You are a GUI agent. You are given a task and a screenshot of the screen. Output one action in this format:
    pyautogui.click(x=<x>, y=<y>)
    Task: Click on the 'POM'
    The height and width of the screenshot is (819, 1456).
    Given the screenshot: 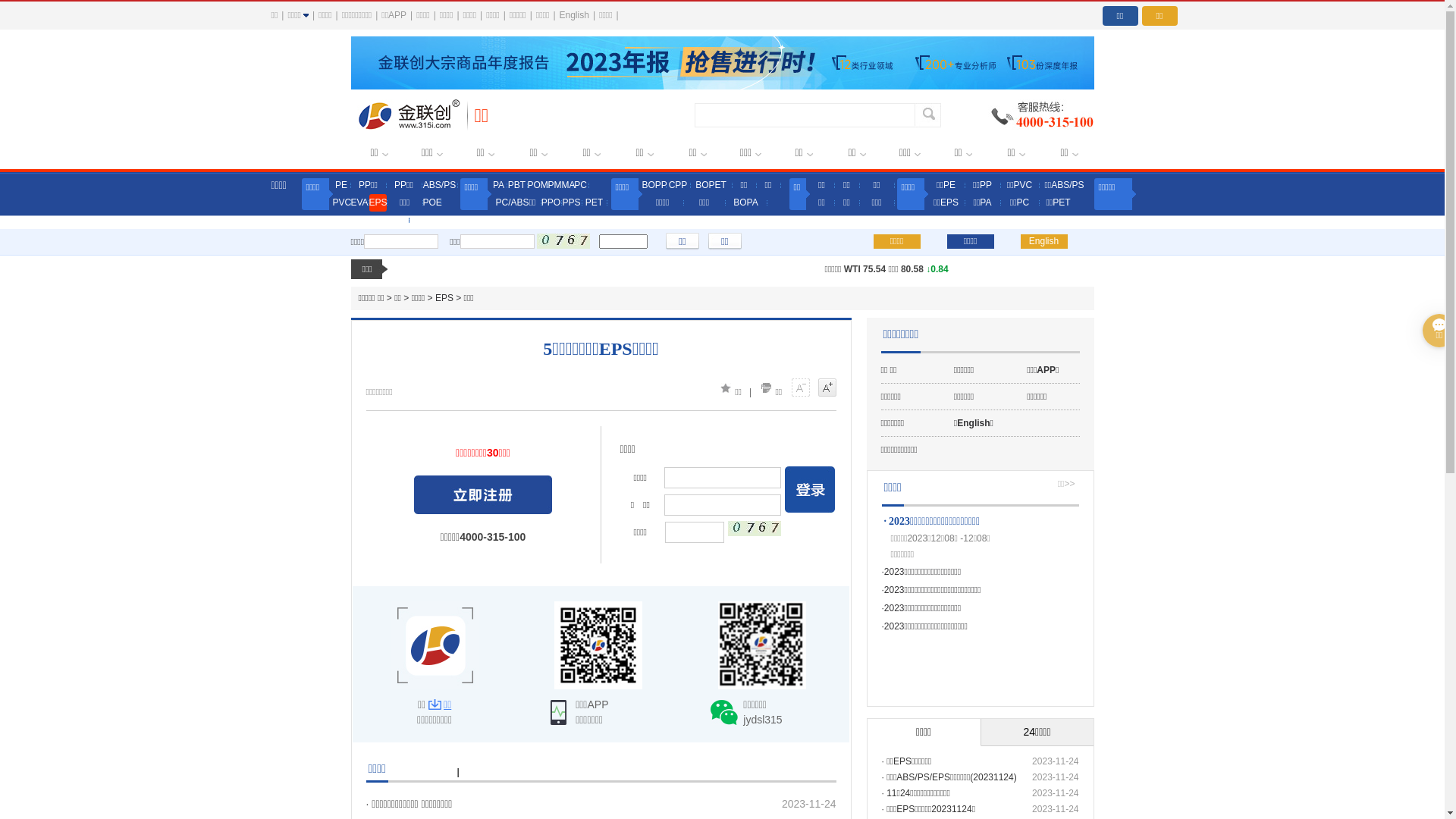 What is the action you would take?
    pyautogui.click(x=528, y=184)
    